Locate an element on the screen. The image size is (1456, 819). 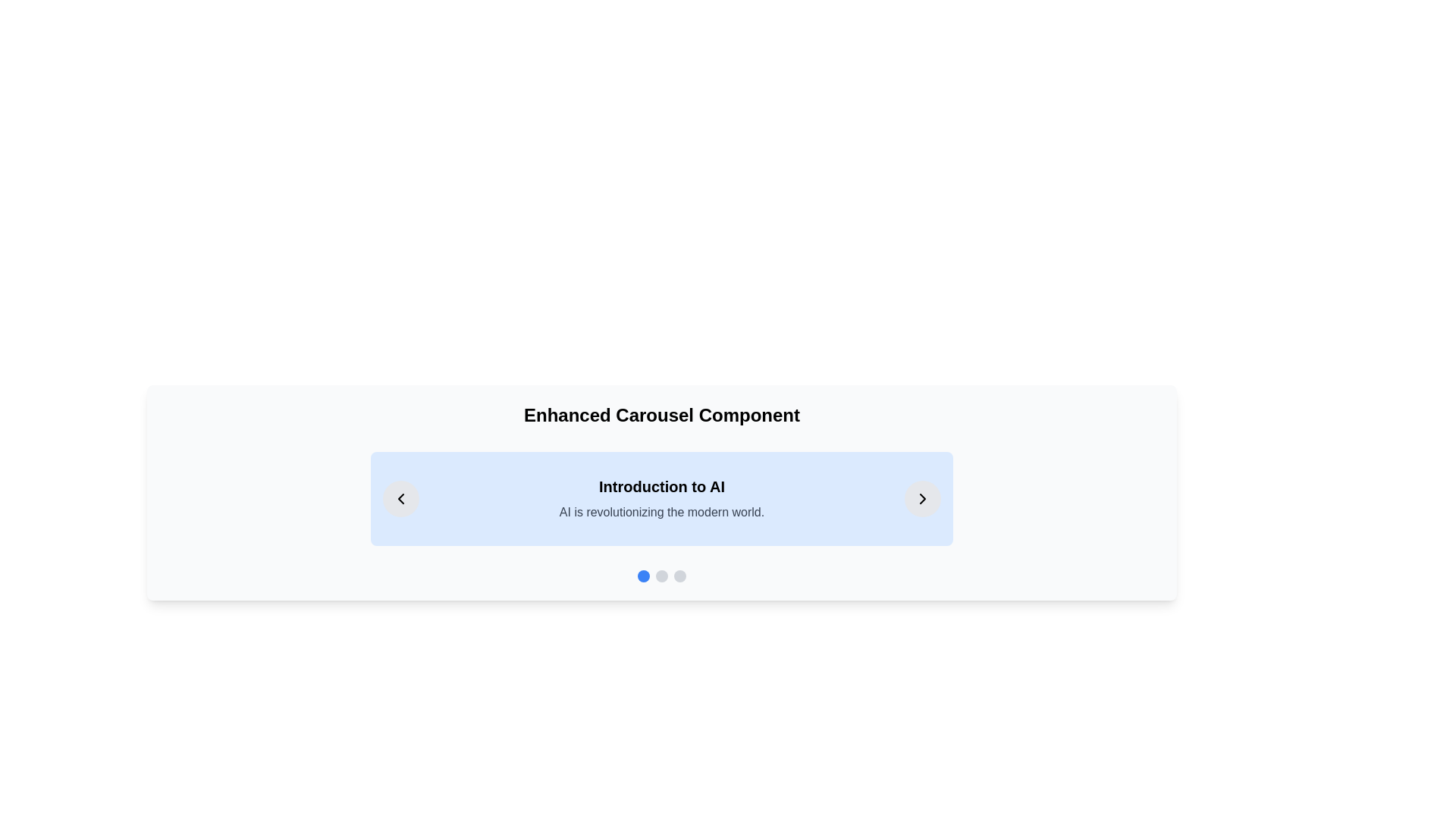
the Carousel item that displays a headline and subtext about 'AI' within the 'Enhanced Carousel Component' is located at coordinates (662, 499).